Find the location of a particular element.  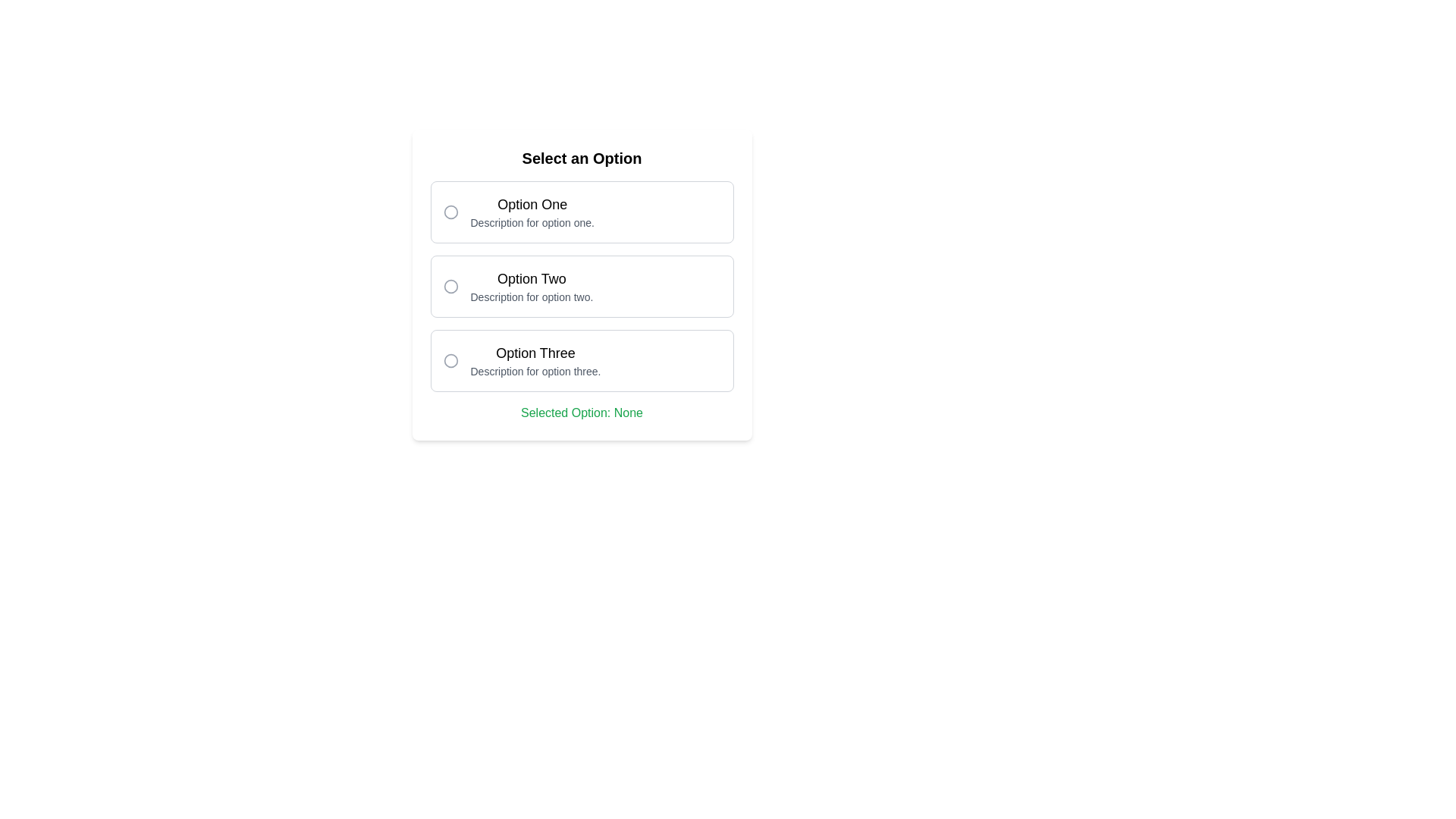

the Text Label that identifies the first selectable option block, located above the description text 'Description for option one.' and to the right of the circular radio button is located at coordinates (532, 205).